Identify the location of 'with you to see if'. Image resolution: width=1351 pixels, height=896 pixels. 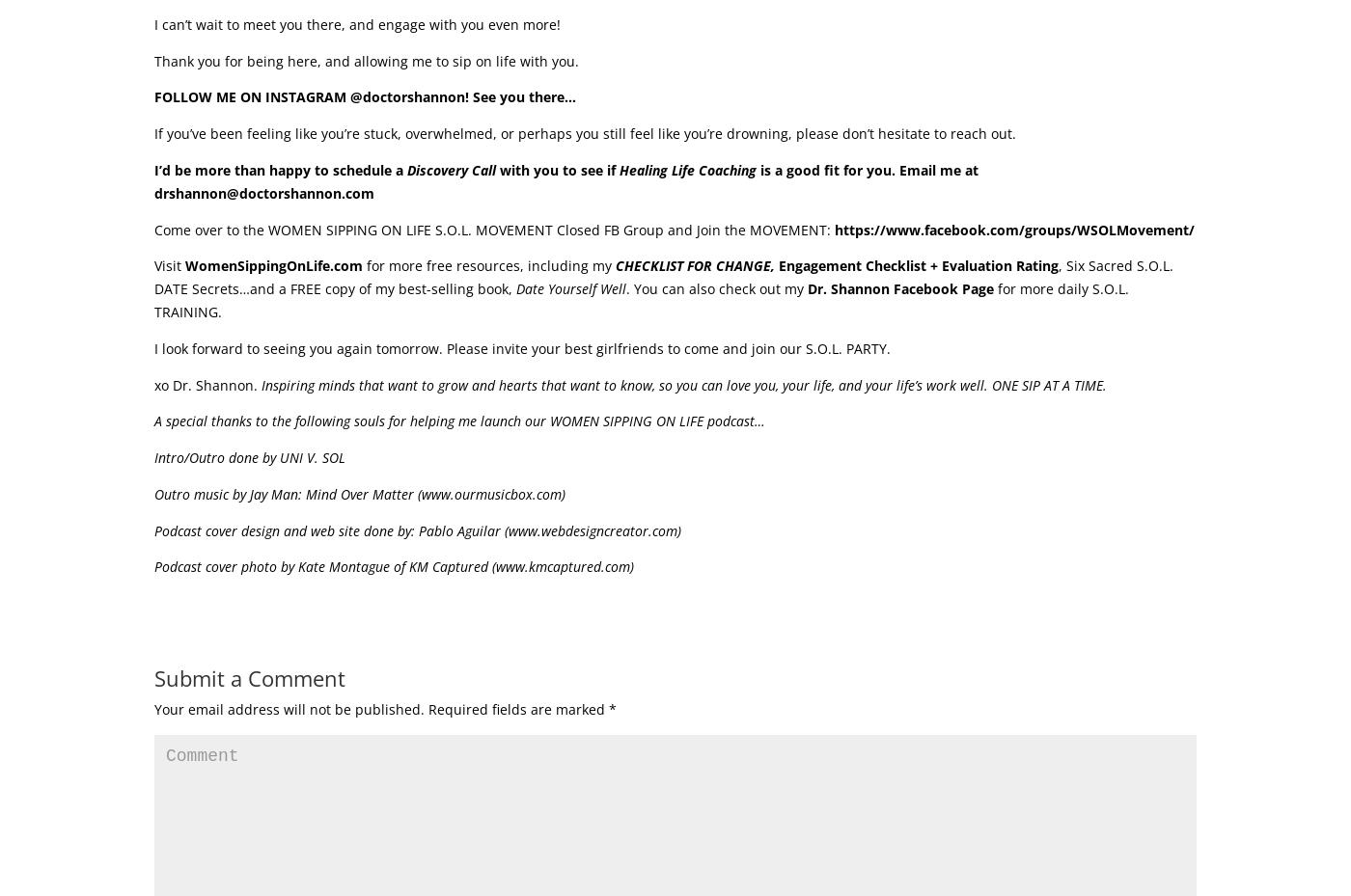
(558, 169).